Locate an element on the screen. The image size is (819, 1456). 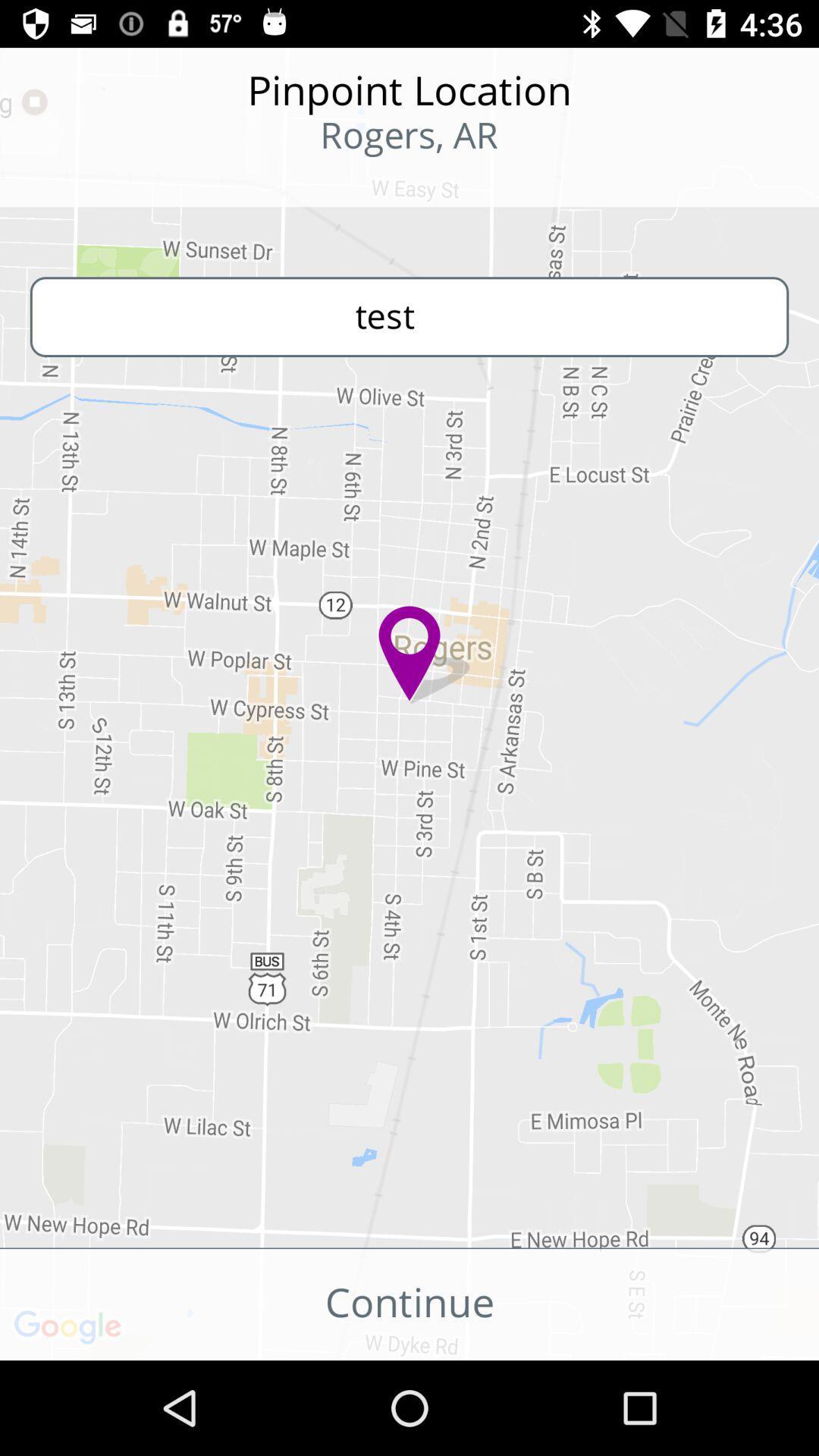
the icon to the left of the rogers, ar item is located at coordinates (99, 182).